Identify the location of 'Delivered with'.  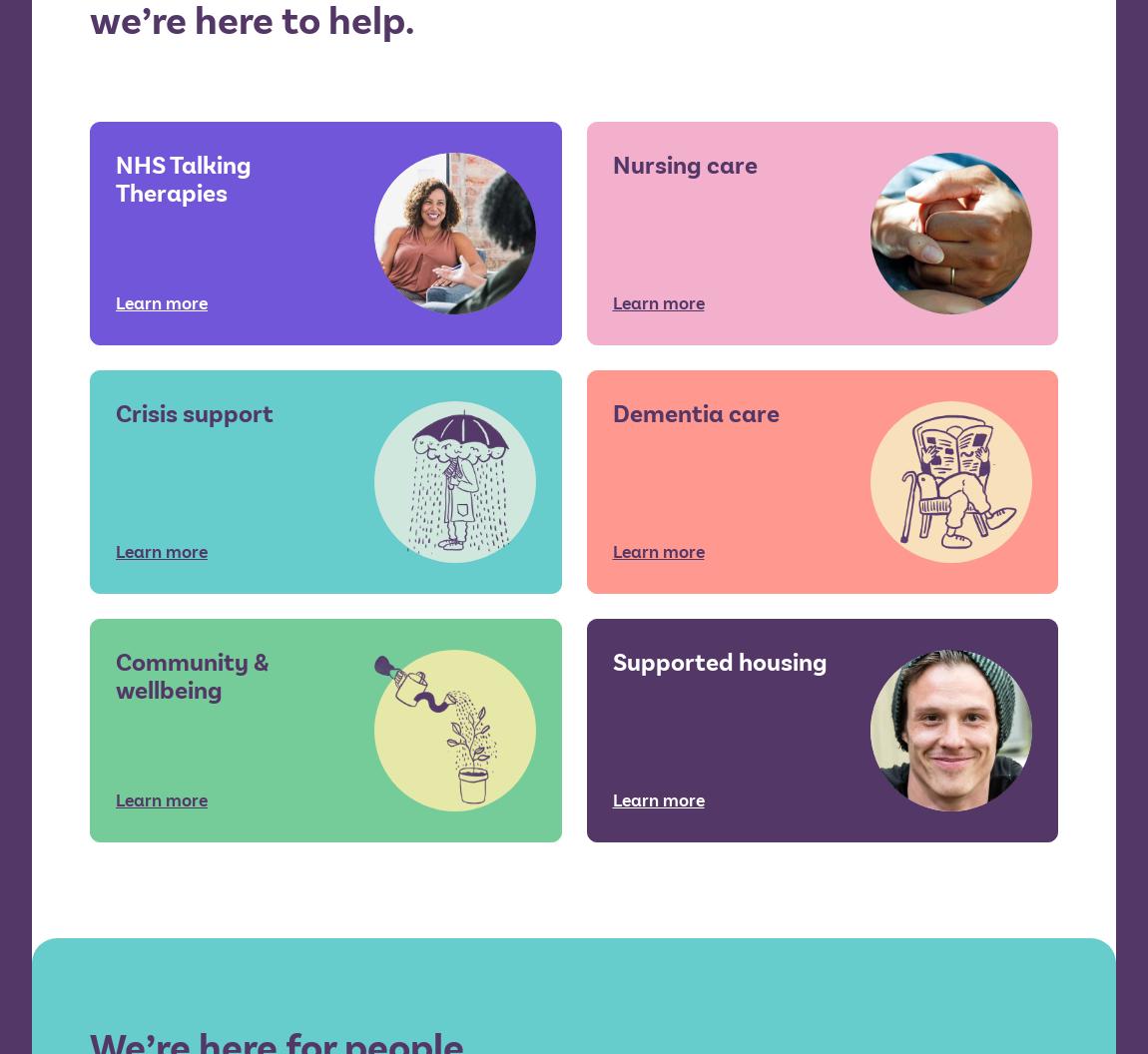
(984, 918).